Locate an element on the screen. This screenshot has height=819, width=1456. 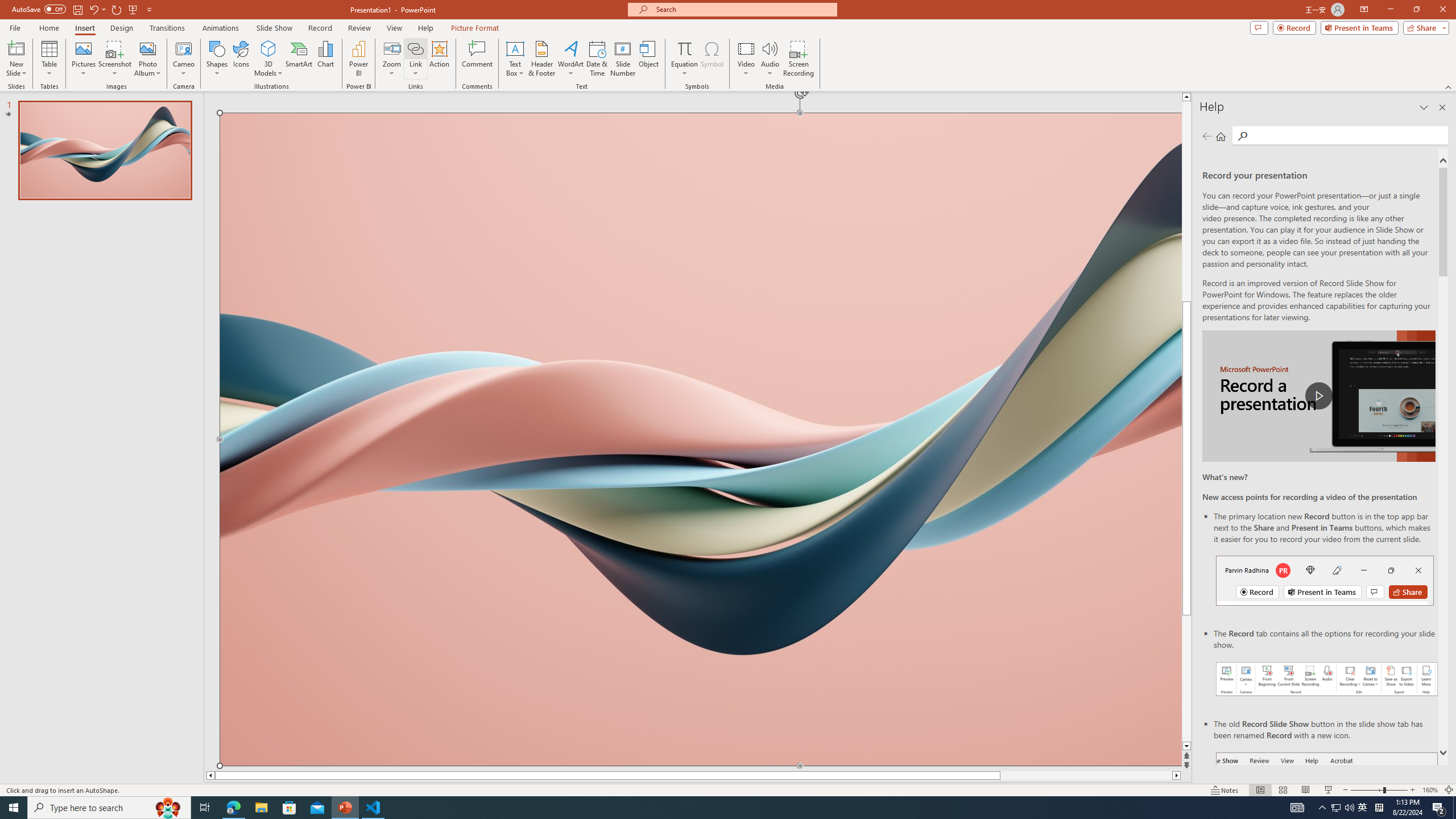
'Link' is located at coordinates (415, 48).